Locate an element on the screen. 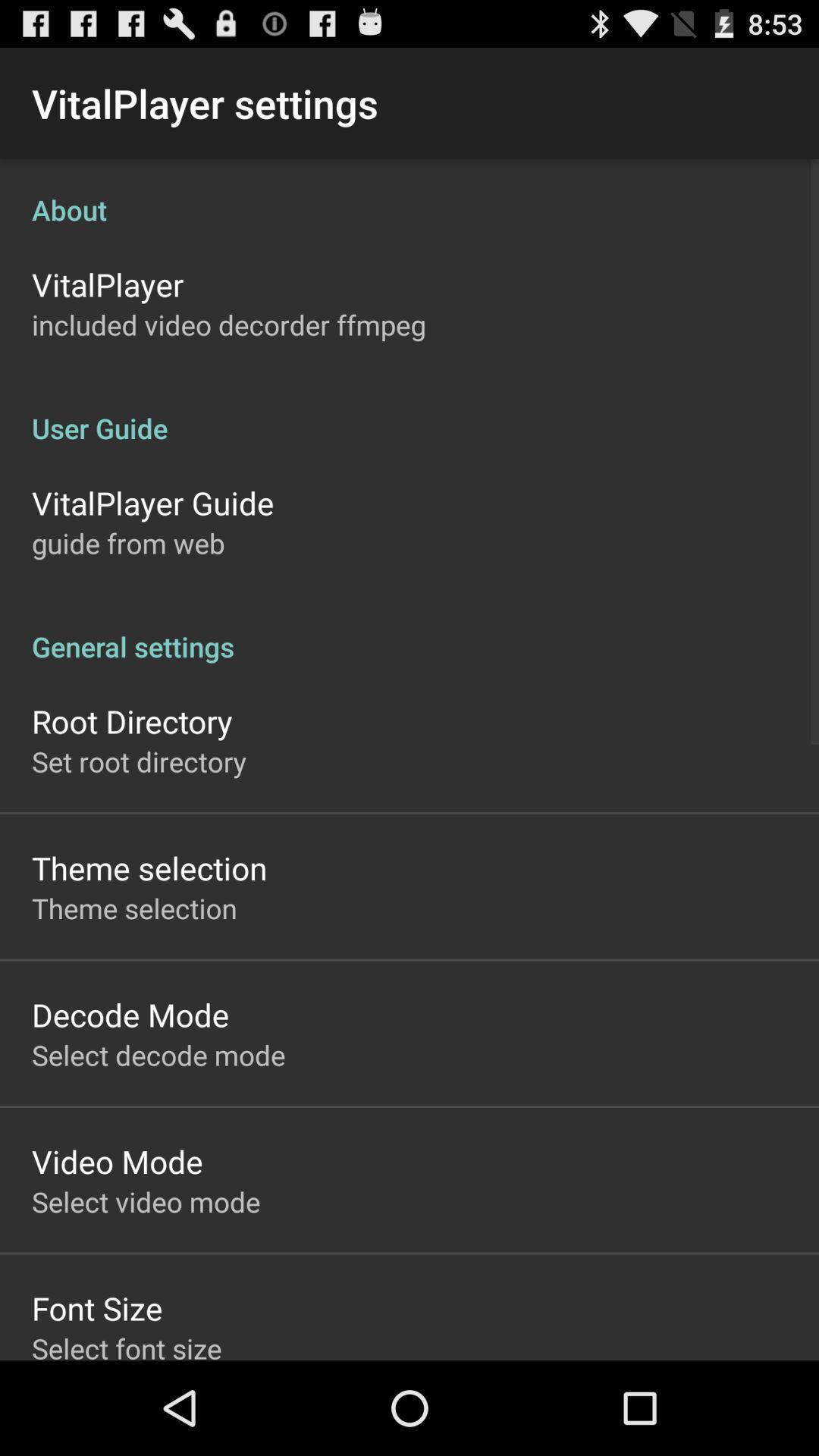  the item above vitalplayer guide app is located at coordinates (409, 412).